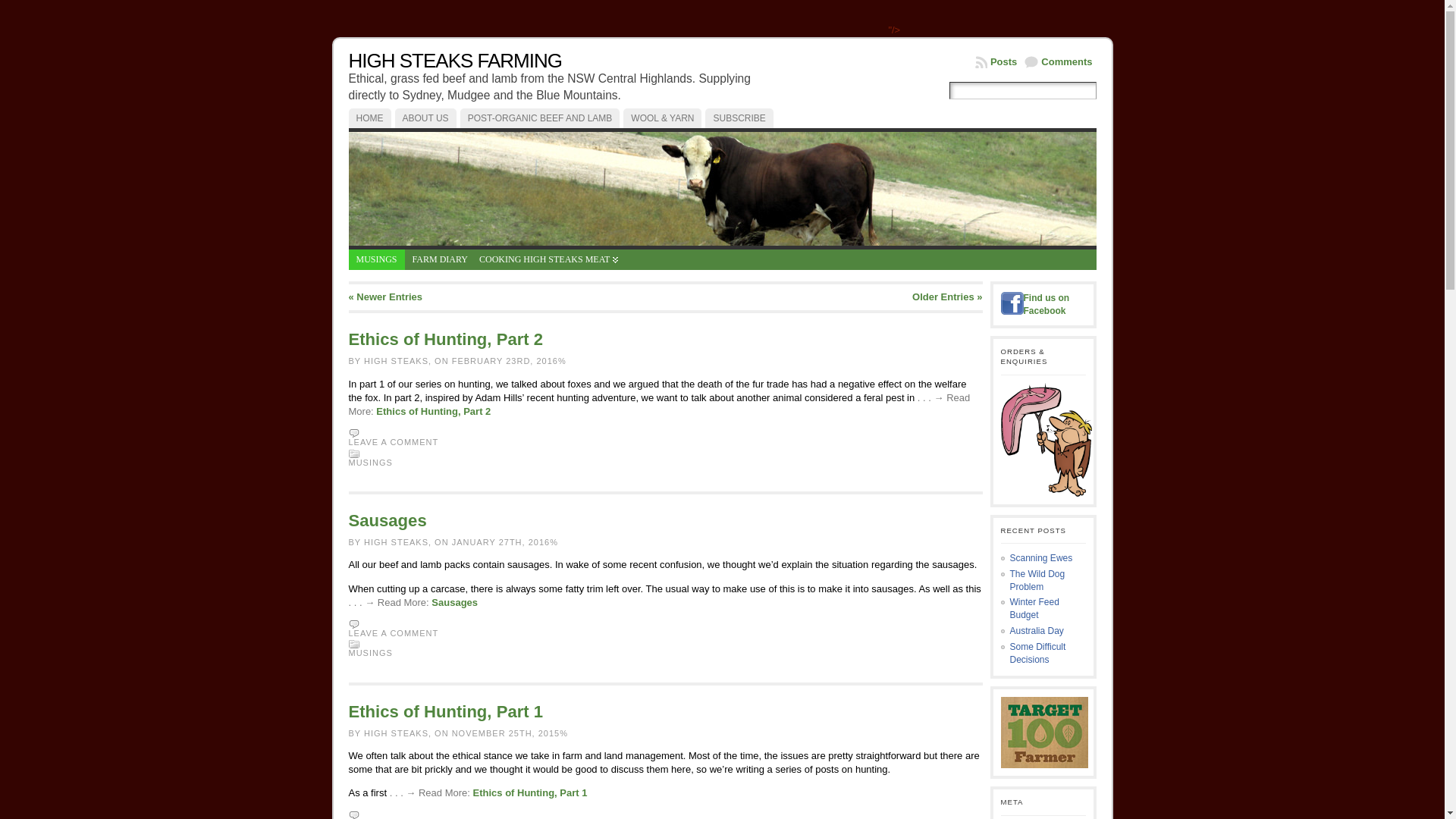 The width and height of the screenshot is (1456, 819). Describe the element at coordinates (370, 117) in the screenshot. I see `'HOME'` at that location.